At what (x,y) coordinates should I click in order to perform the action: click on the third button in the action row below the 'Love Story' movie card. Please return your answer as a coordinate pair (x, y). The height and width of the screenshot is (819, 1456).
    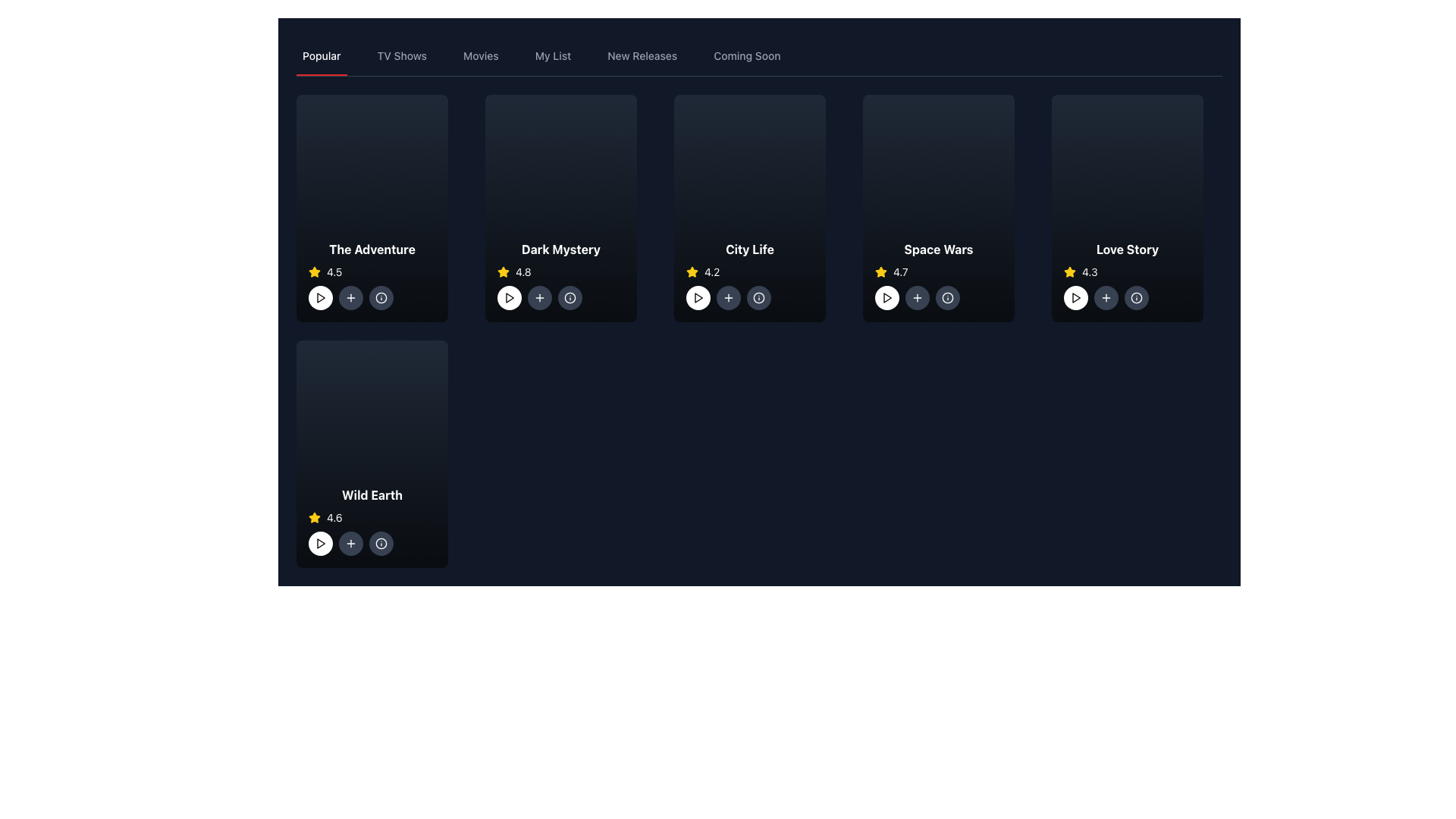
    Looking at the image, I should click on (1136, 298).